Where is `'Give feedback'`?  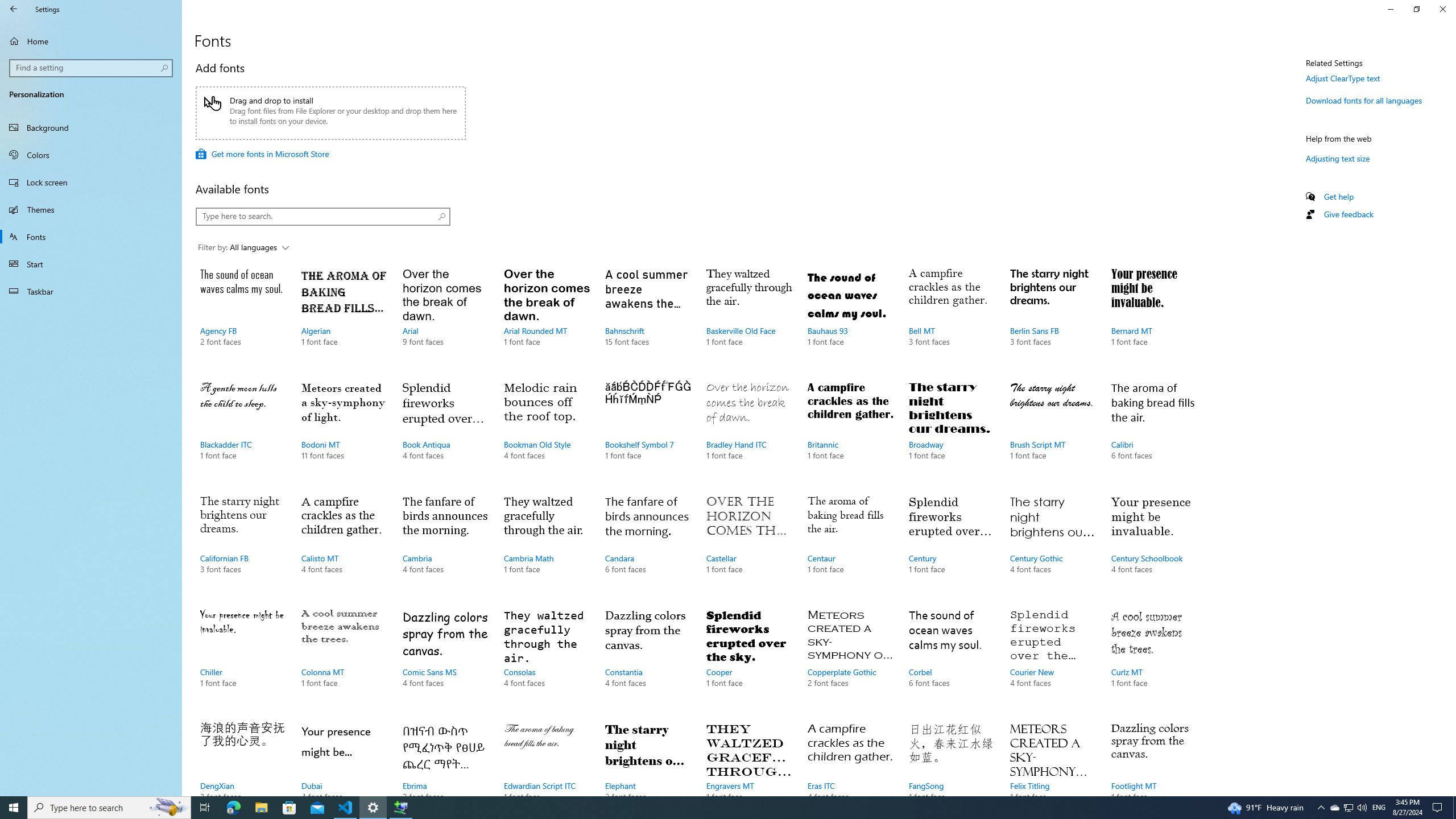
'Give feedback' is located at coordinates (1347, 213).